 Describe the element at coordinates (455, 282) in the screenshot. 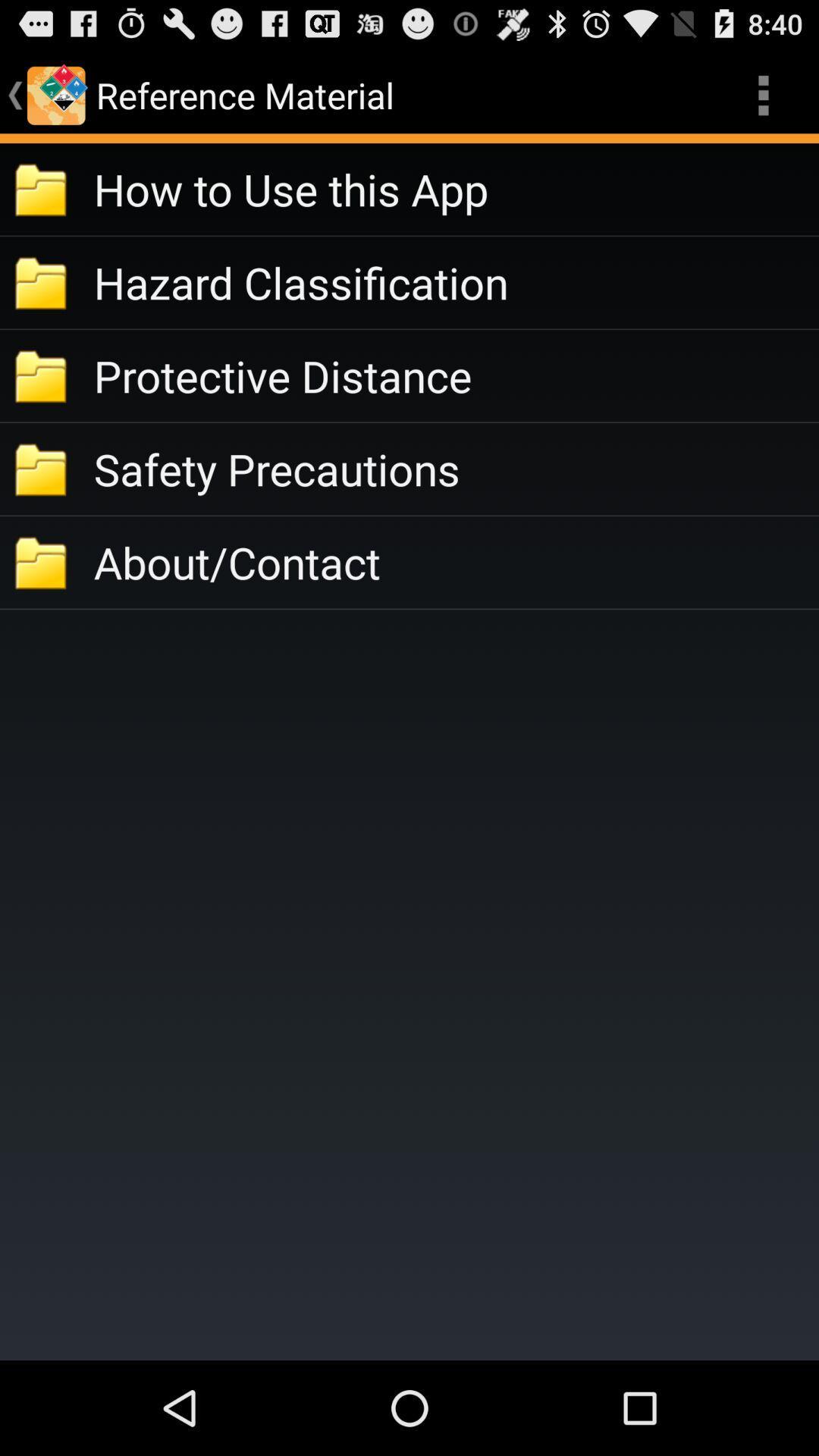

I see `the hazard classification` at that location.